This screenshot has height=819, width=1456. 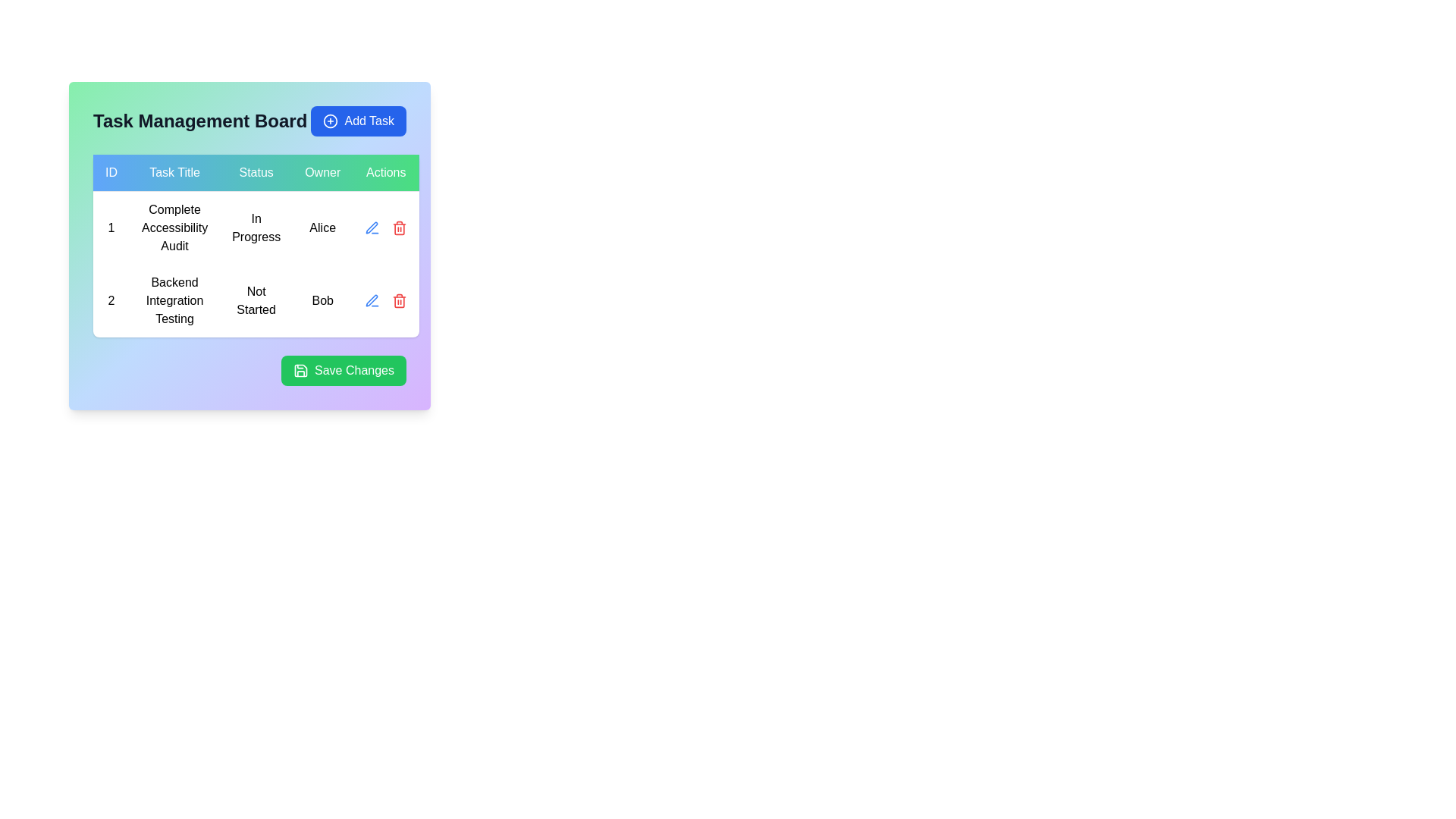 What do you see at coordinates (386, 227) in the screenshot?
I see `the pencil icon in the interactive control group for editing the task in the first row under the 'Actions' column of the task management board` at bounding box center [386, 227].